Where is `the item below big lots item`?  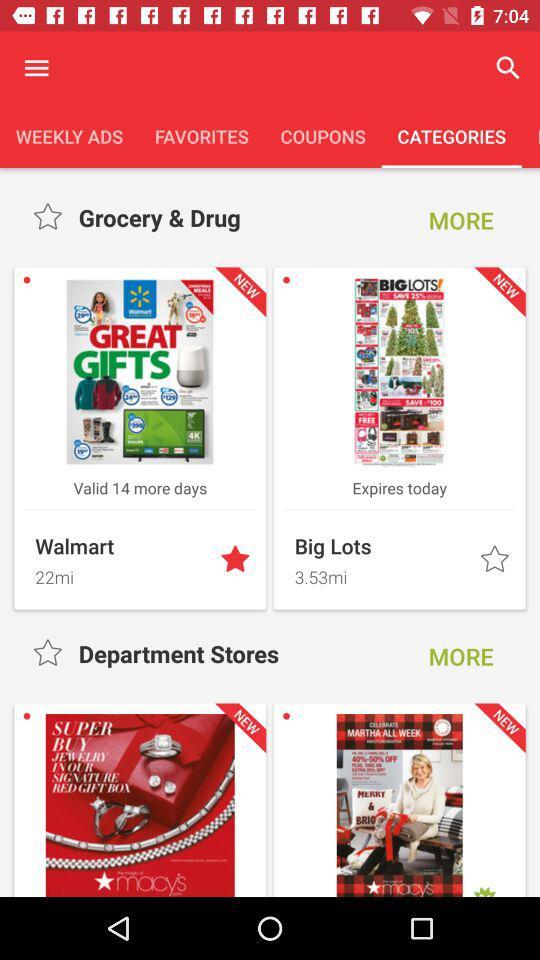 the item below big lots item is located at coordinates (381, 574).